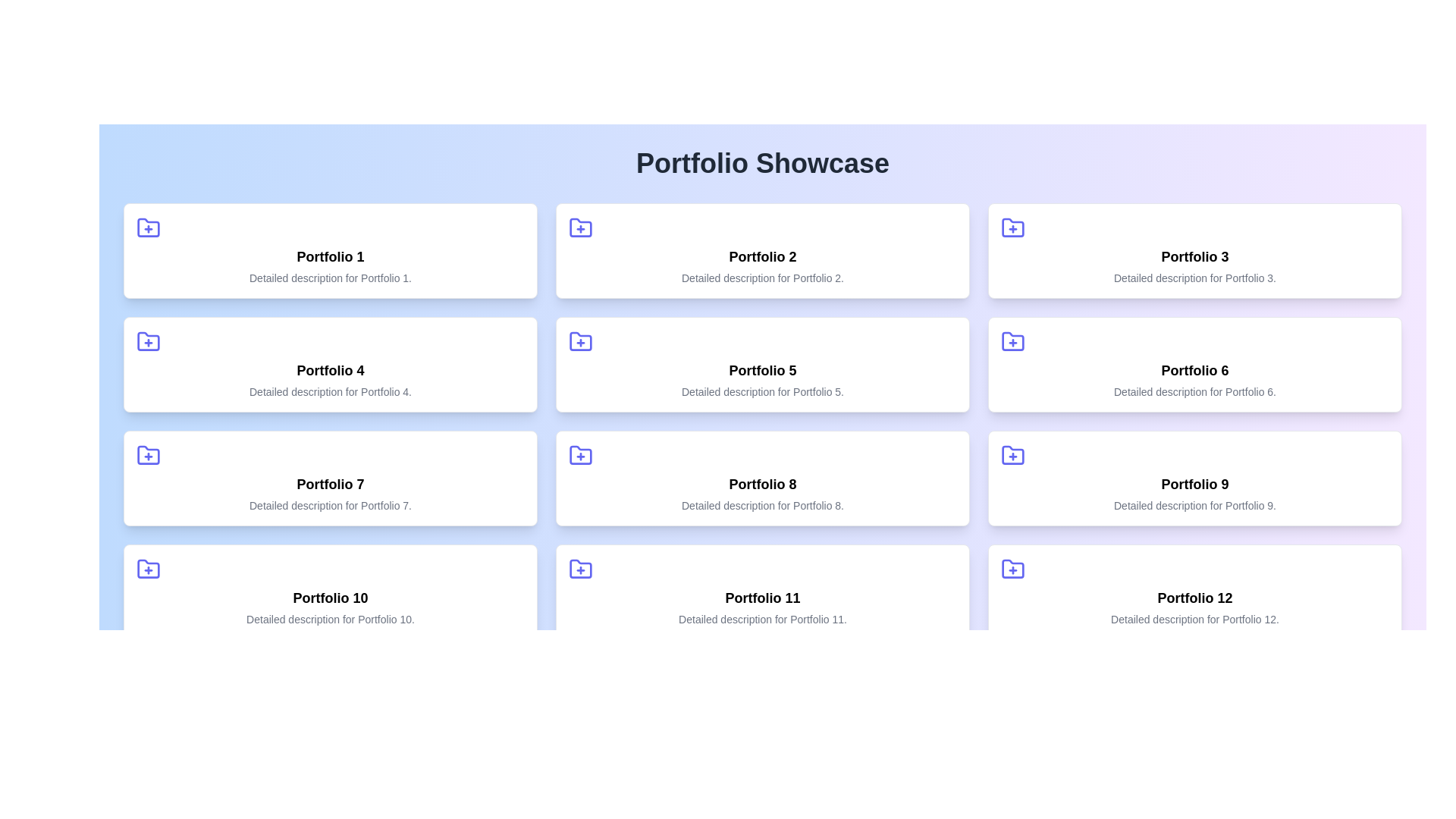 This screenshot has height=819, width=1456. What do you see at coordinates (763, 506) in the screenshot?
I see `the text label that reads 'Detailed description for Portfolio 8.' located at the bottom of the card labeled 'Portfolio 8.' in the right column of the third row within a grid layout of twelve cards` at bounding box center [763, 506].